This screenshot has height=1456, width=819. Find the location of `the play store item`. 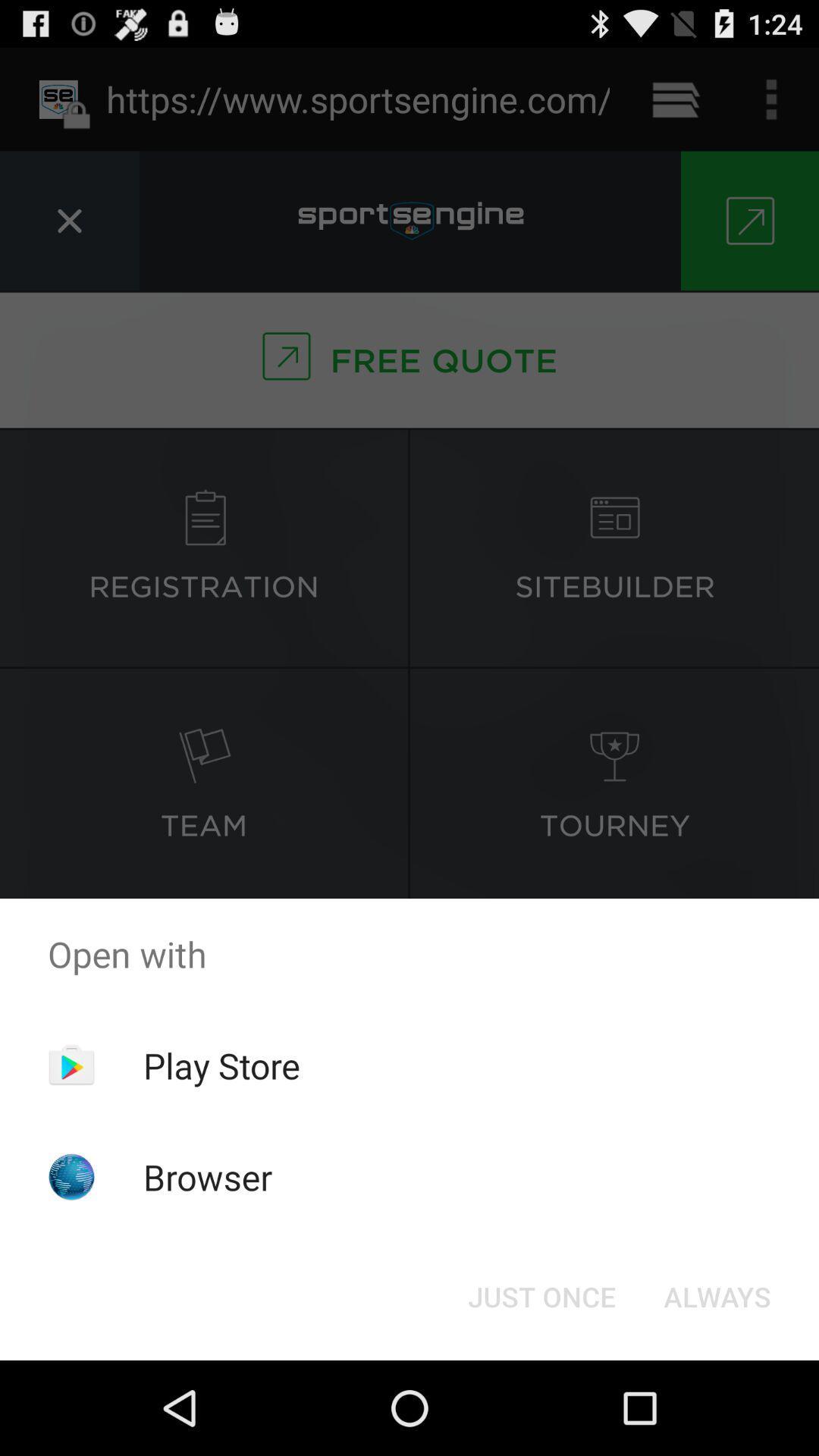

the play store item is located at coordinates (221, 1065).